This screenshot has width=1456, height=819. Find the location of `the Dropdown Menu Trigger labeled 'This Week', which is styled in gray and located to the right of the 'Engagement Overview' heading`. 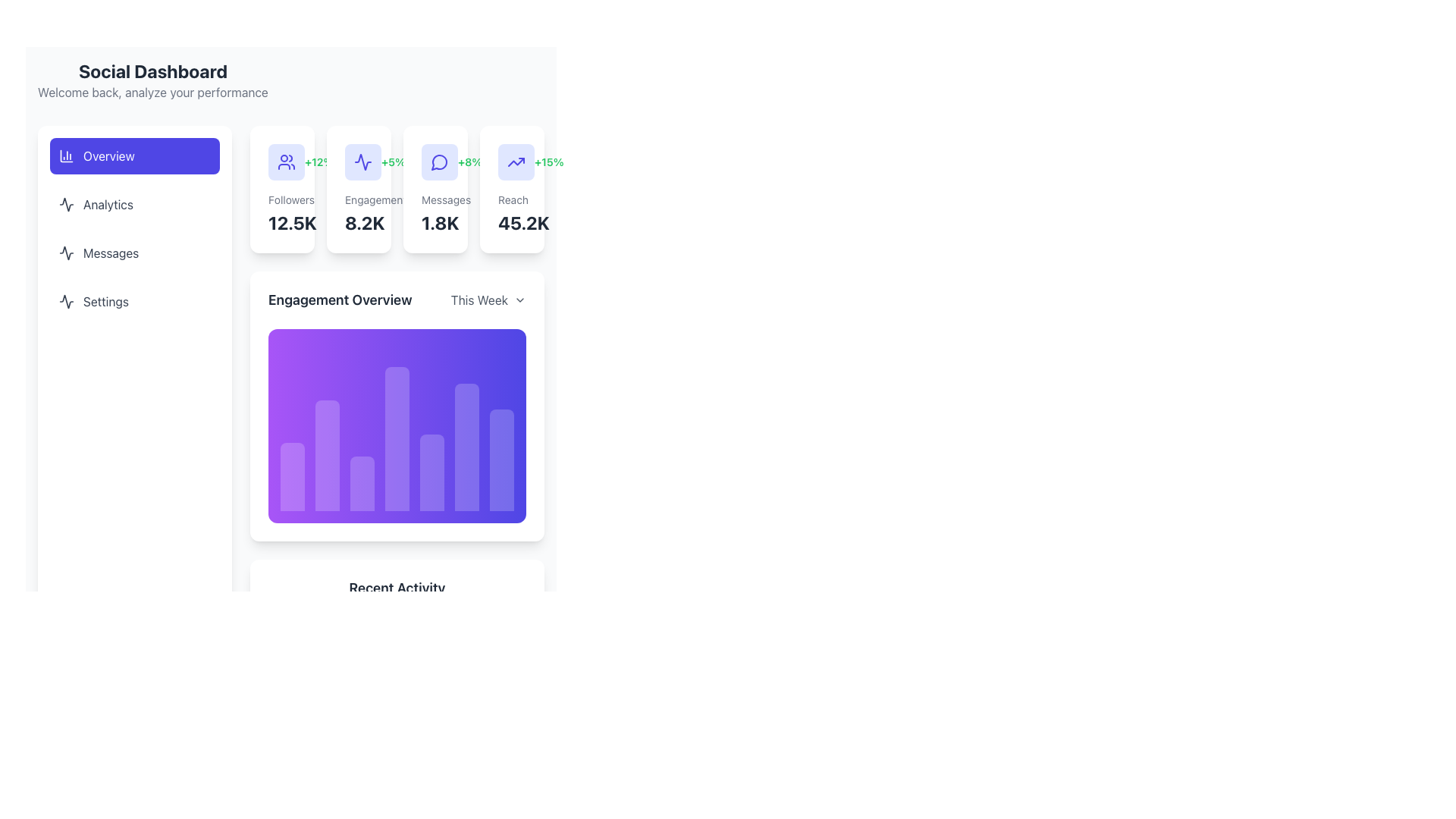

the Dropdown Menu Trigger labeled 'This Week', which is styled in gray and located to the right of the 'Engagement Overview' heading is located at coordinates (488, 300).